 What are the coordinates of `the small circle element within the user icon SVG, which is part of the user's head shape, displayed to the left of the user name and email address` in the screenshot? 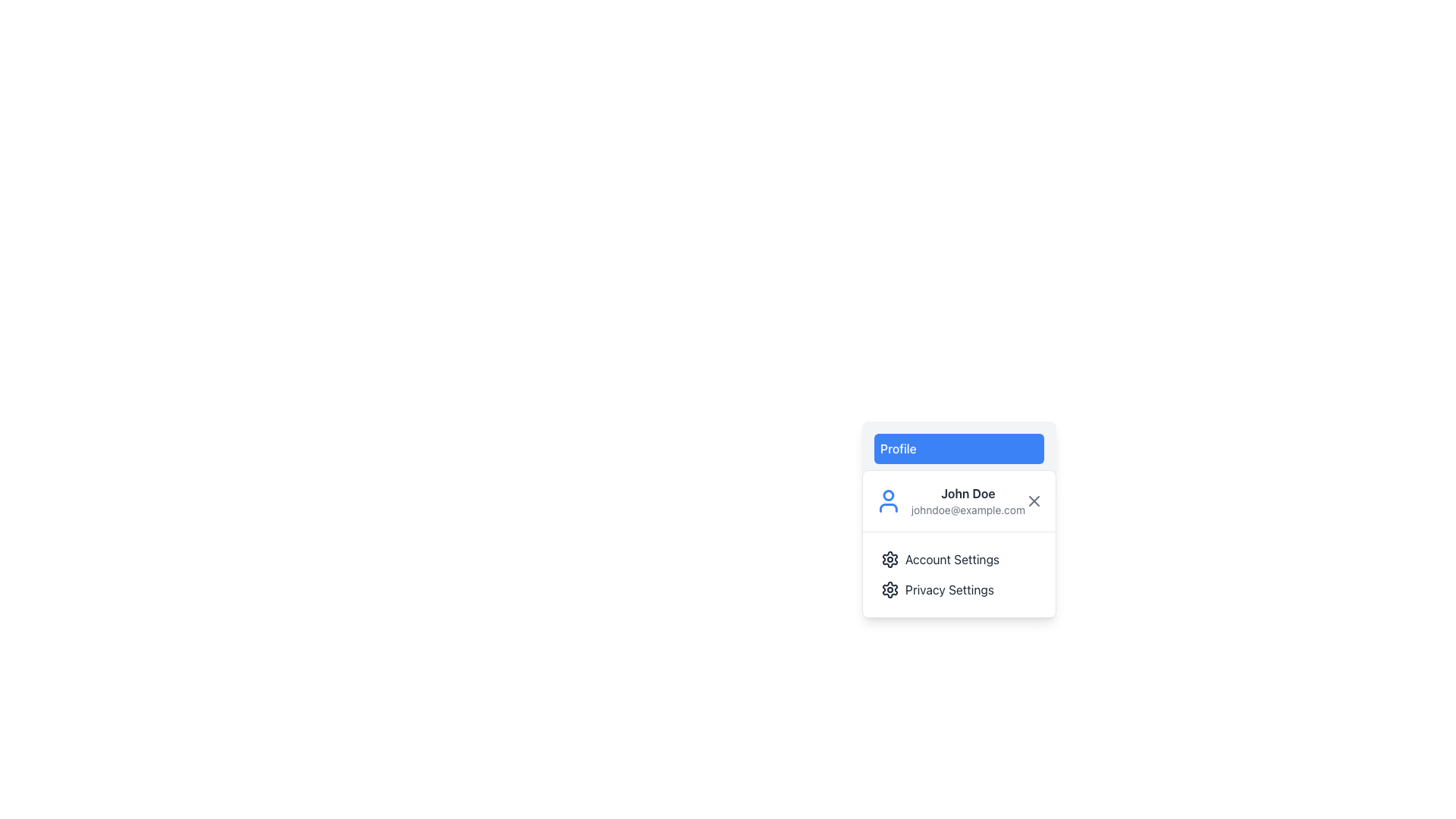 It's located at (888, 495).